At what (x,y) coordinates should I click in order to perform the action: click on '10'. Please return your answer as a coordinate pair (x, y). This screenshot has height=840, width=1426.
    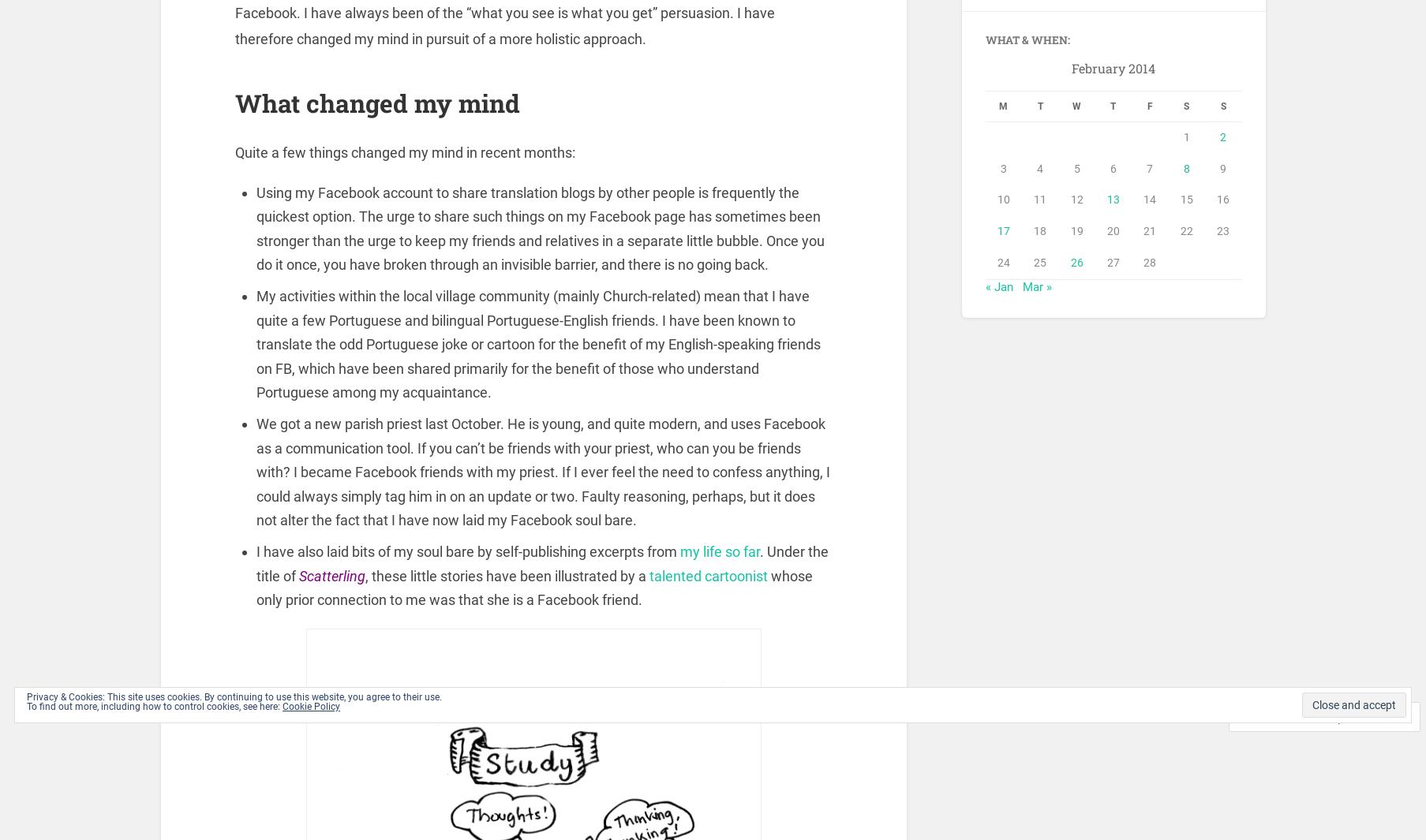
    Looking at the image, I should click on (1003, 201).